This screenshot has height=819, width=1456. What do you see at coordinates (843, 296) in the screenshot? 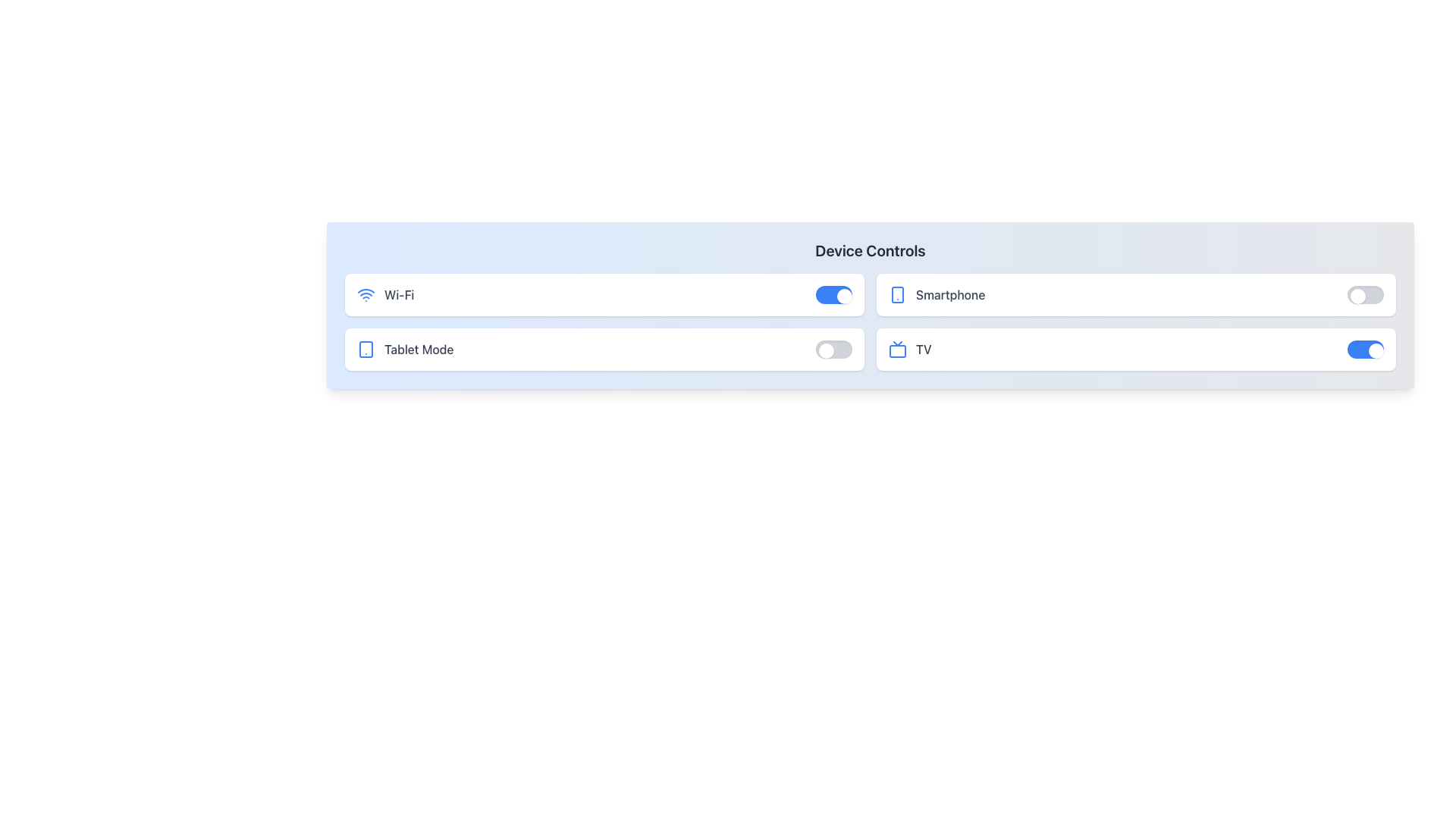
I see `the toggle knob of the 'Wi-Fi' switch located in the top-left section of the 'Device Controls' interface` at bounding box center [843, 296].